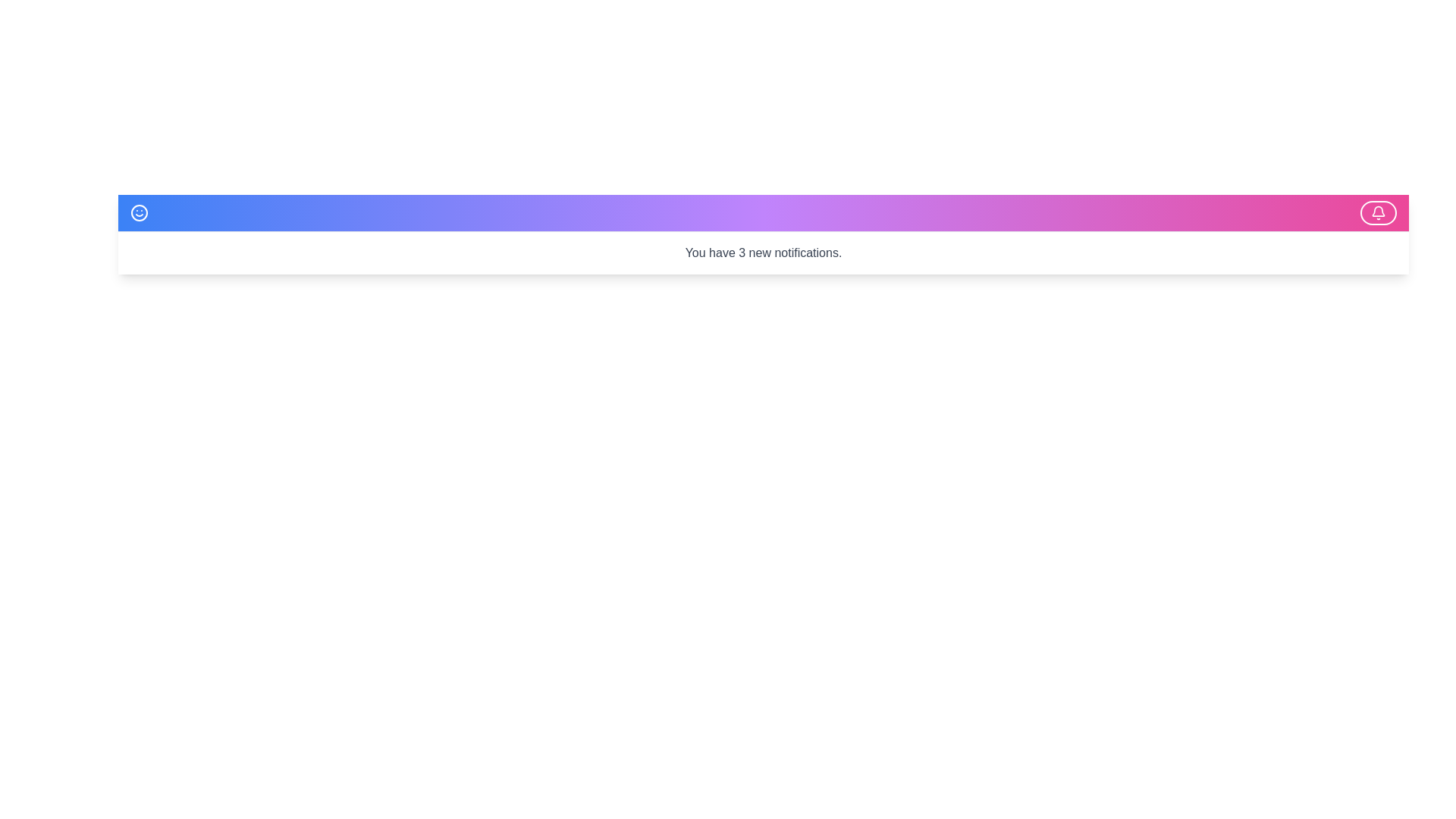 The height and width of the screenshot is (819, 1456). What do you see at coordinates (1379, 213) in the screenshot?
I see `the notification center button located at the far right of the horizontal navigation bar` at bounding box center [1379, 213].